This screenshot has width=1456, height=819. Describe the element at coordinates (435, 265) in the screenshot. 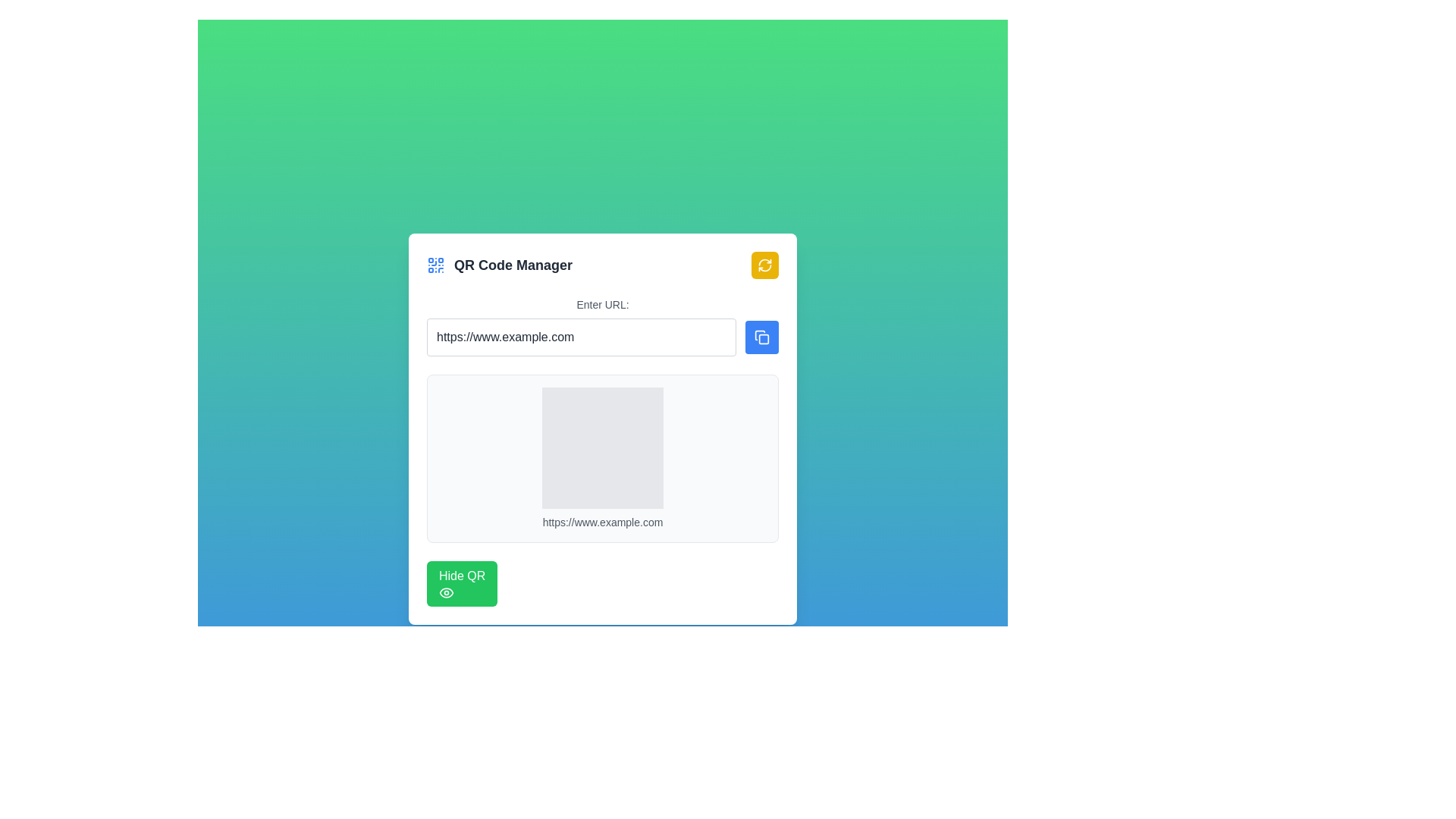

I see `the decorative icon located to the immediate left of the 'QR Code Manager' text in the header of the modal dialog box` at that location.